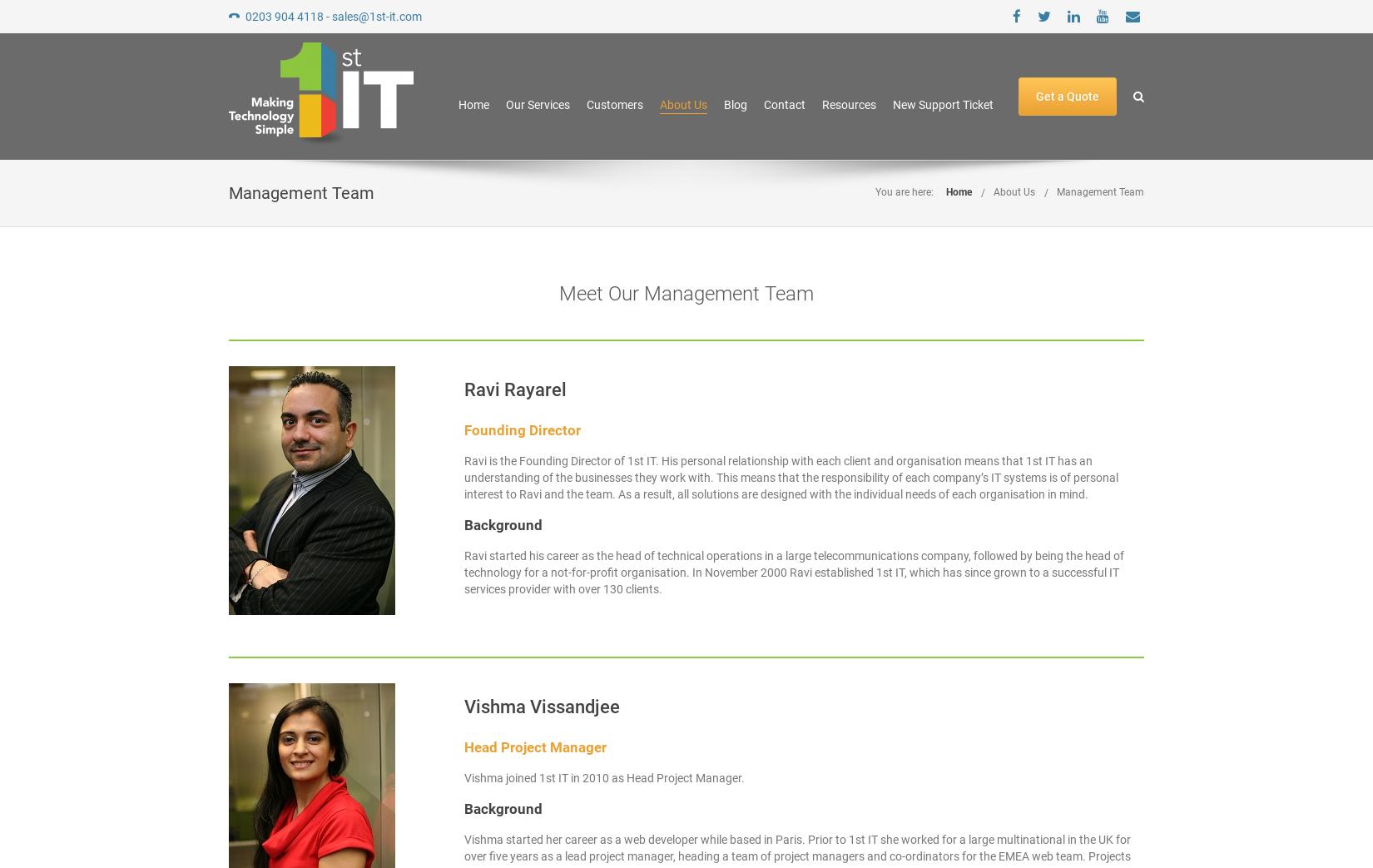  Describe the element at coordinates (333, 16) in the screenshot. I see `'0203 904 4118 - sales@1st-it.com'` at that location.